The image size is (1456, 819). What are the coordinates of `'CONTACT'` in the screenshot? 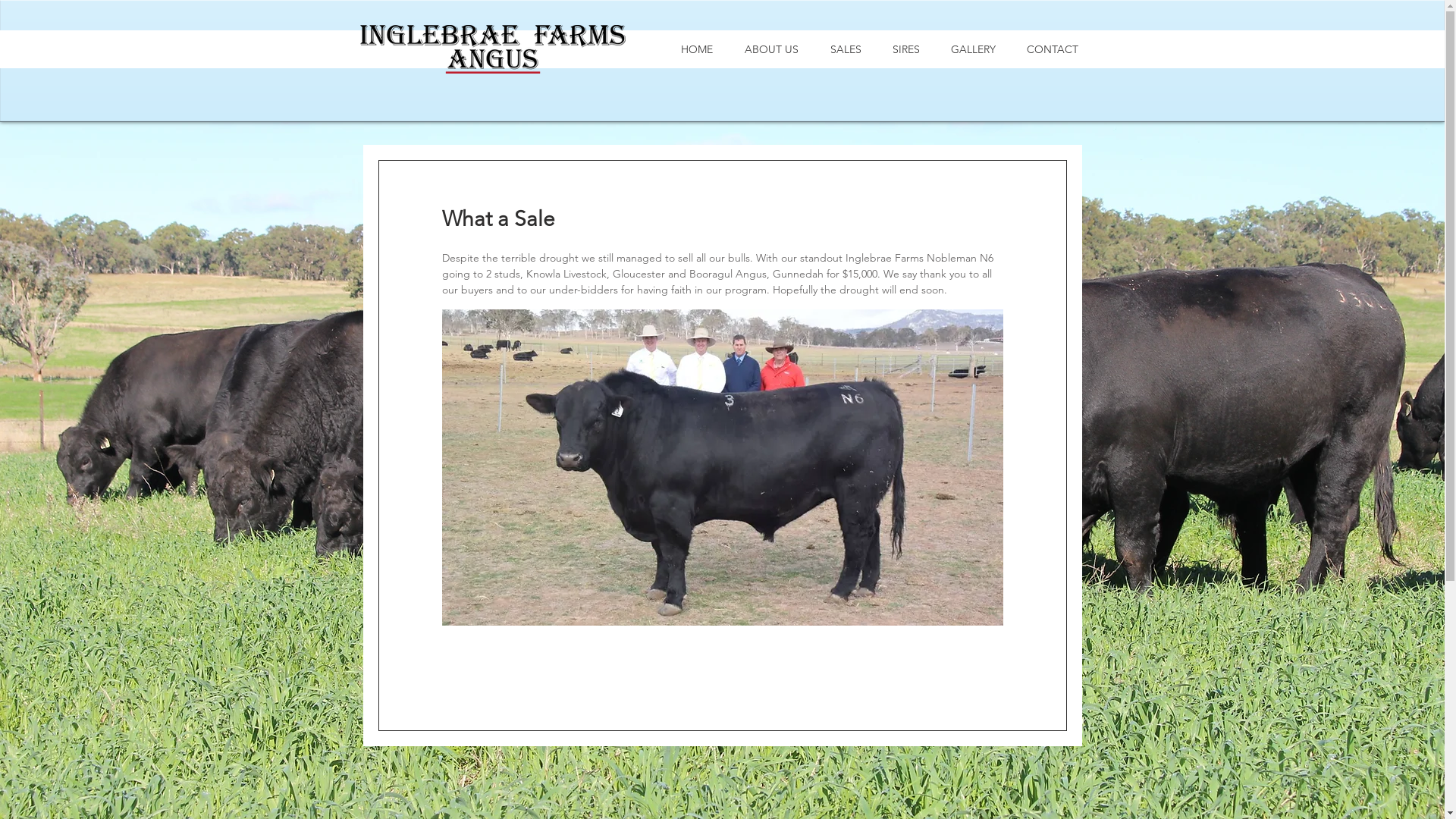 It's located at (1052, 49).